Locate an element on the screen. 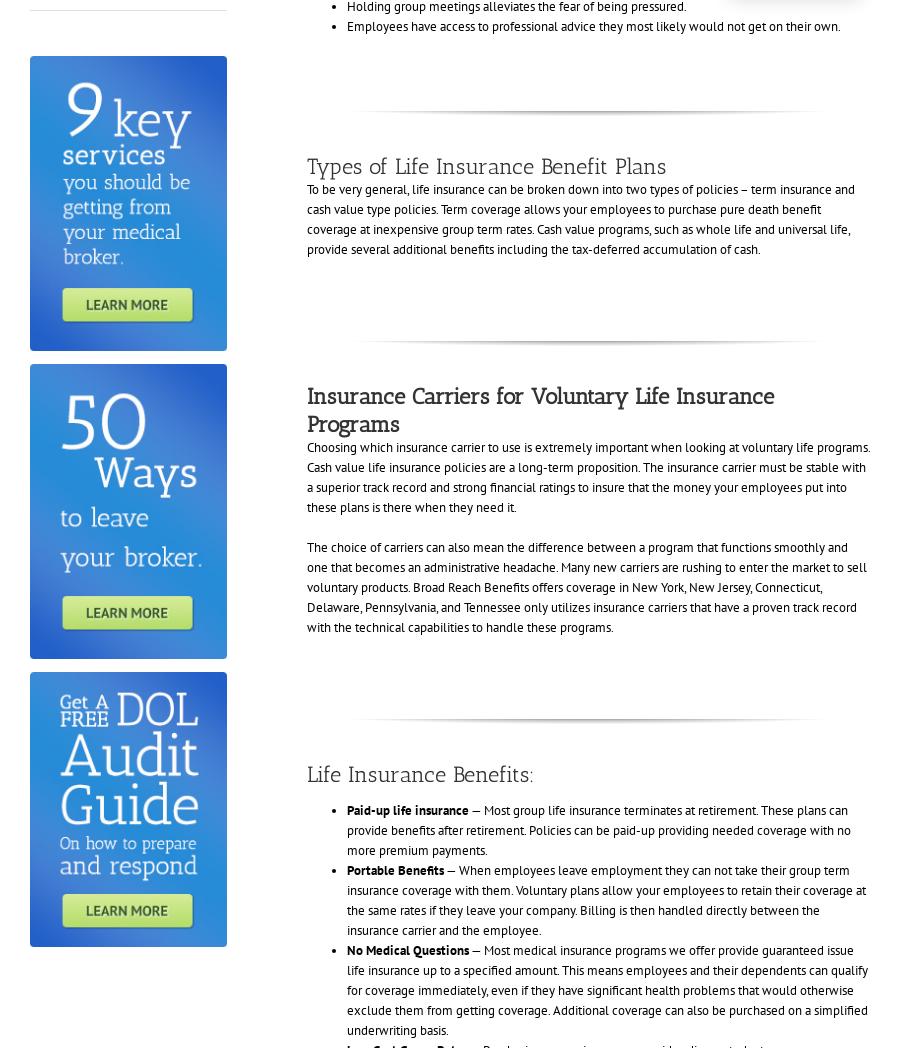  'Paid-up life insurance' is located at coordinates (406, 808).